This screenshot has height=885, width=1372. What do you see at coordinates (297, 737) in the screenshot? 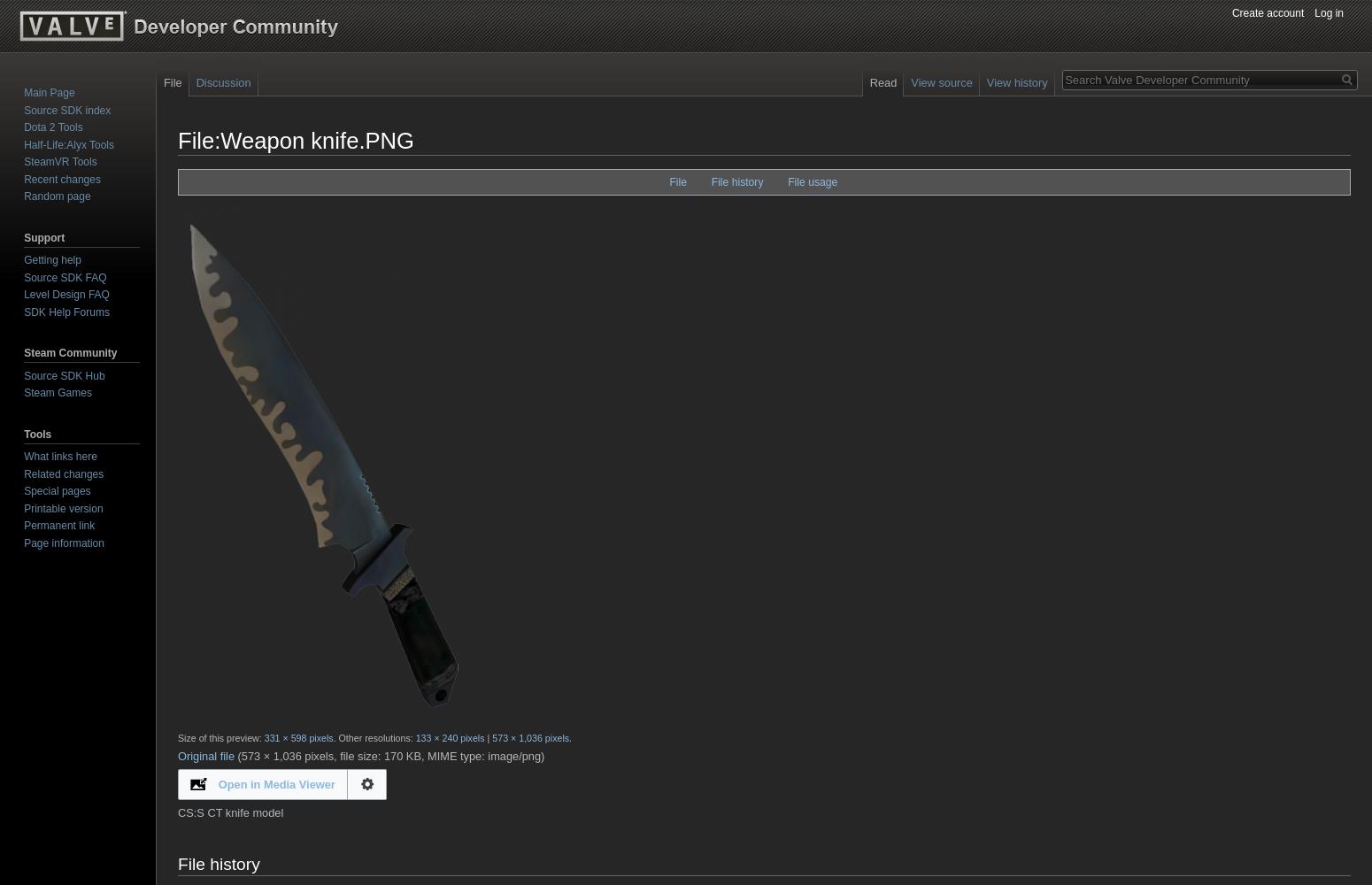
I see `'331 × 598 pixels'` at bounding box center [297, 737].